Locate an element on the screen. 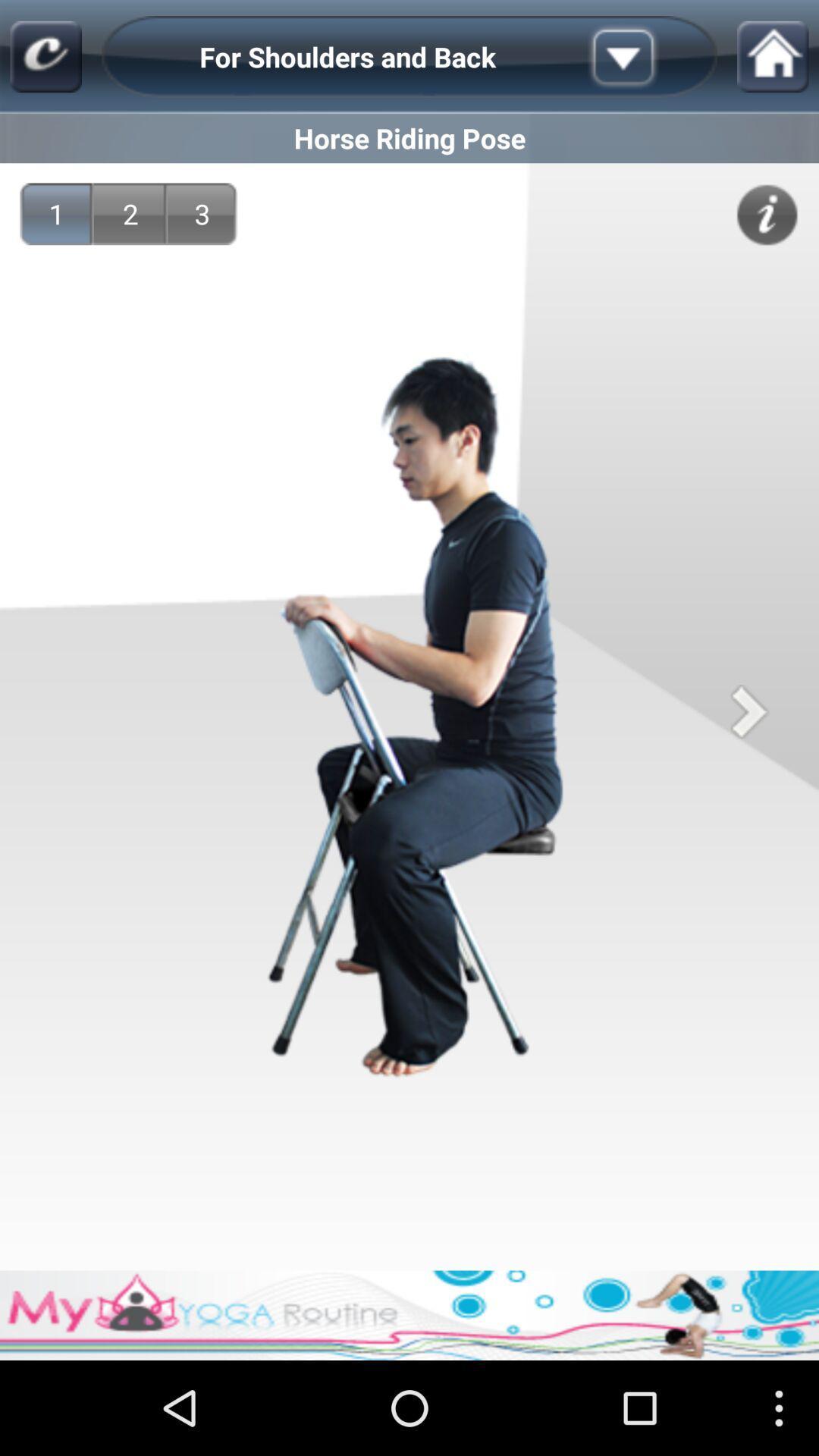 Image resolution: width=819 pixels, height=1456 pixels. the item below horse riding pose item is located at coordinates (202, 213).